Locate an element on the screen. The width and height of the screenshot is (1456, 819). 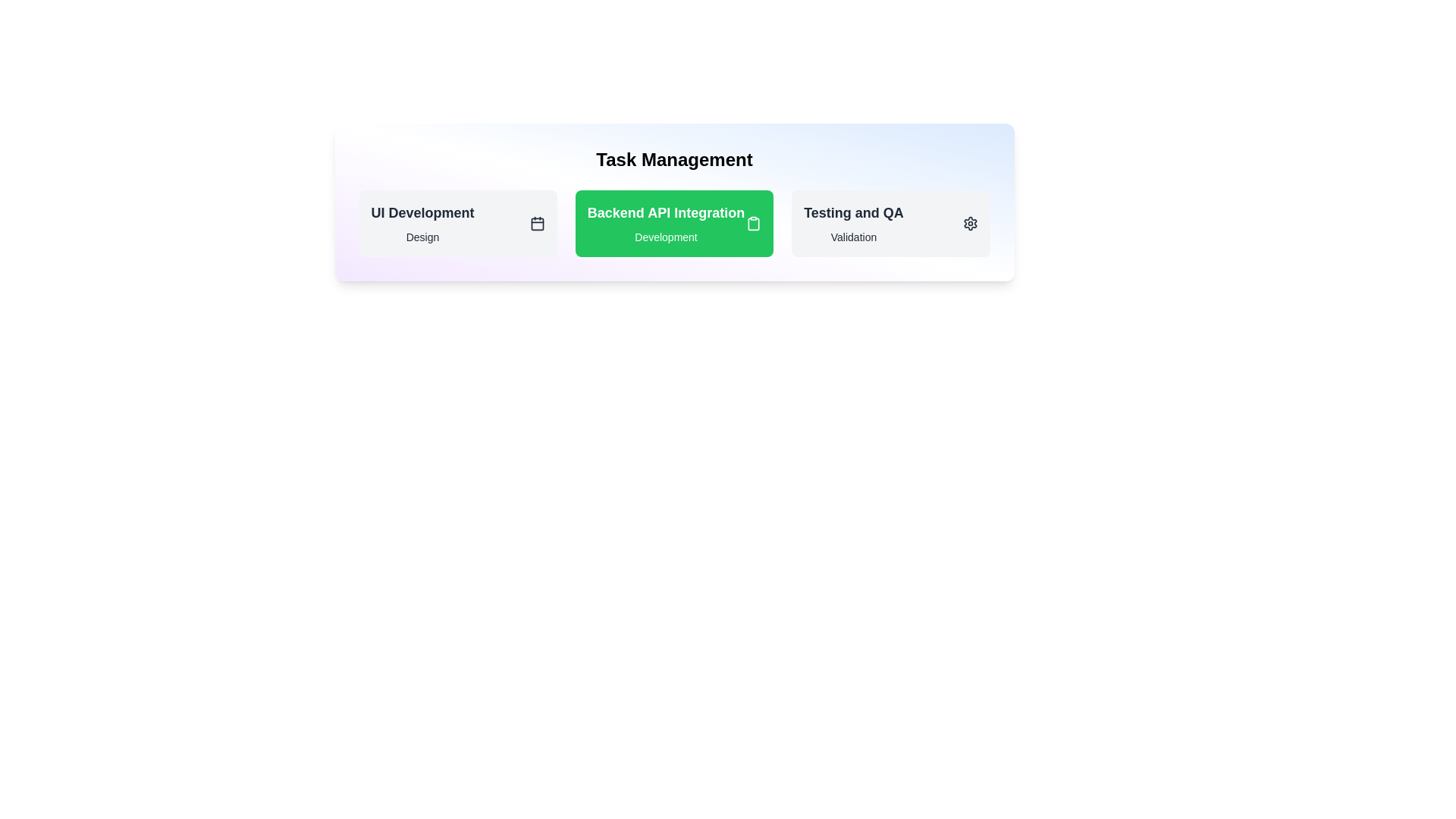
the task category icon to view additional context for UI Development is located at coordinates (537, 223).